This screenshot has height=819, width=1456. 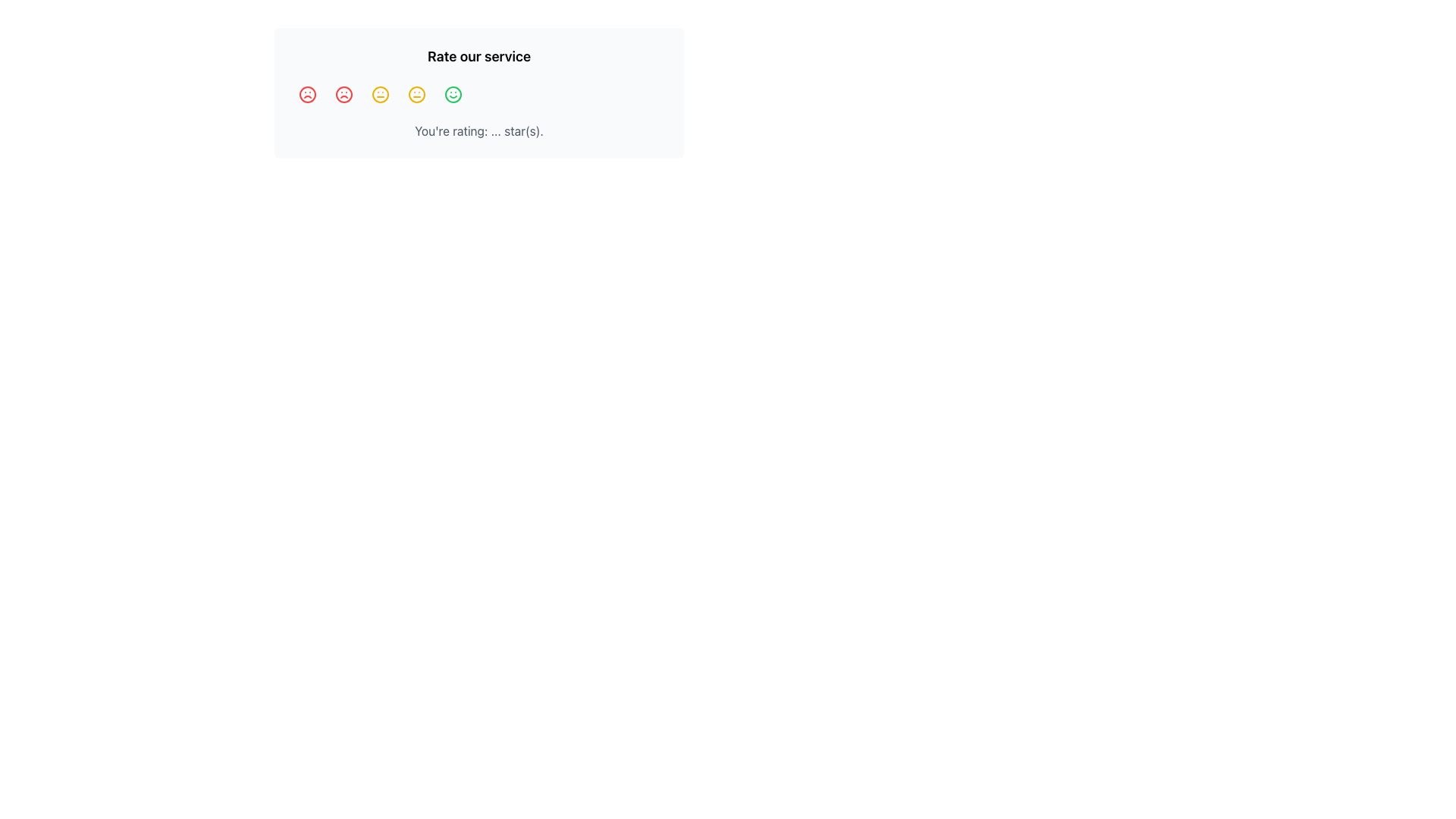 I want to click on circular outline SVG element that is part of the smiley face graphic, positioned in the fourth position in a row of similar icons for rating purposes, so click(x=453, y=94).